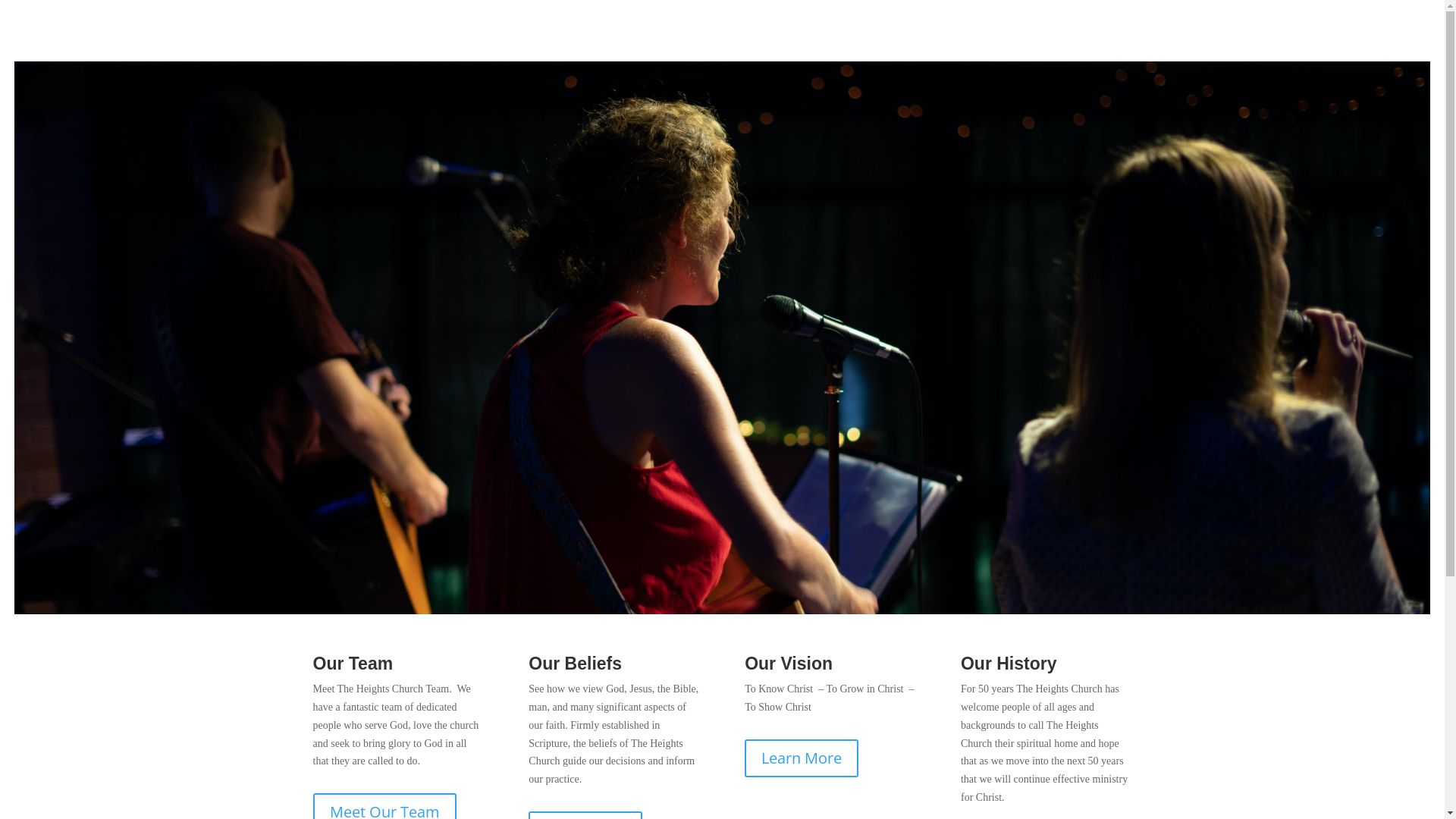  I want to click on 'Learn More', so click(800, 758).